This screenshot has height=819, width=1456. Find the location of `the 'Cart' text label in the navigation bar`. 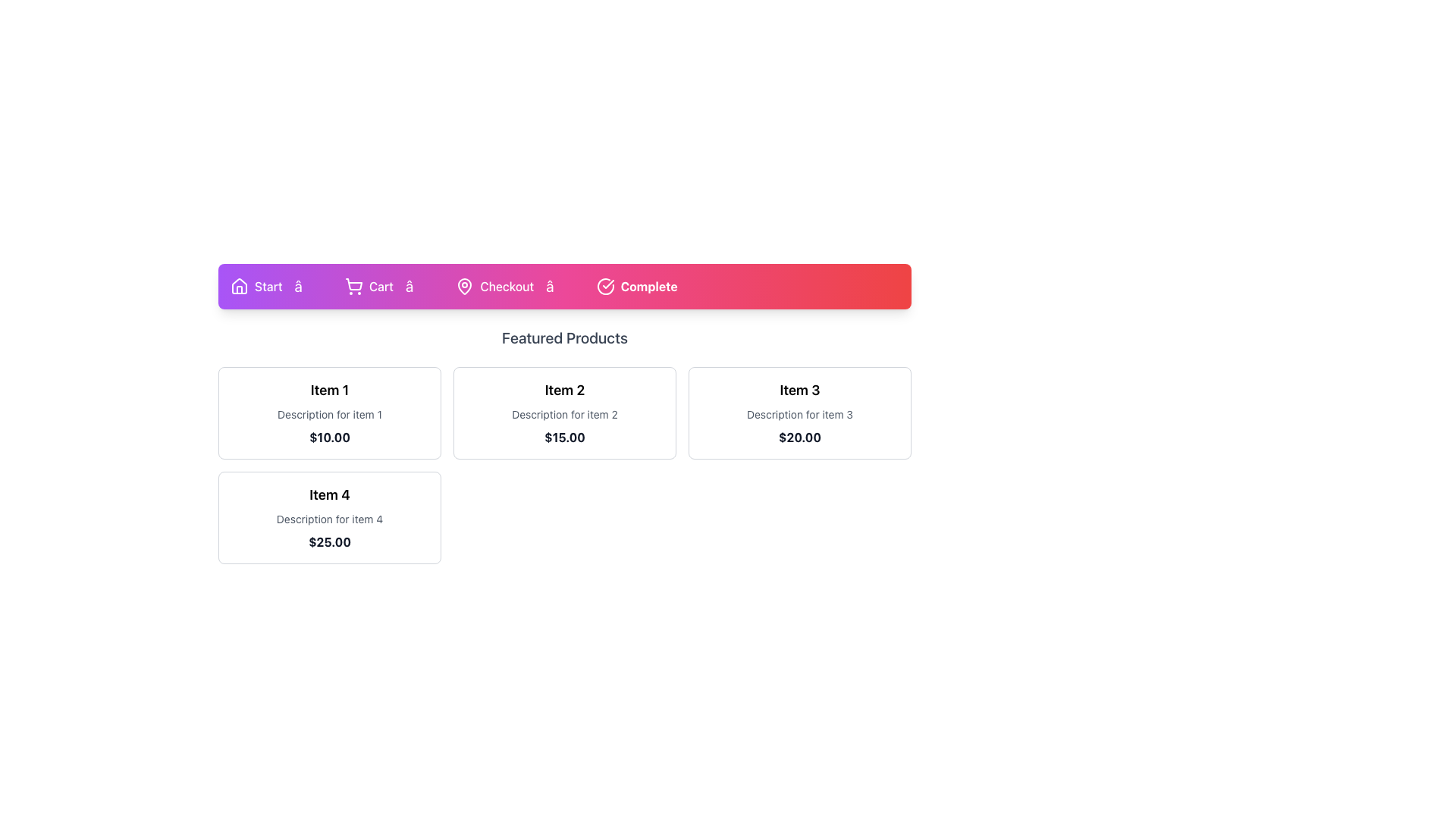

the 'Cart' text label in the navigation bar is located at coordinates (381, 287).